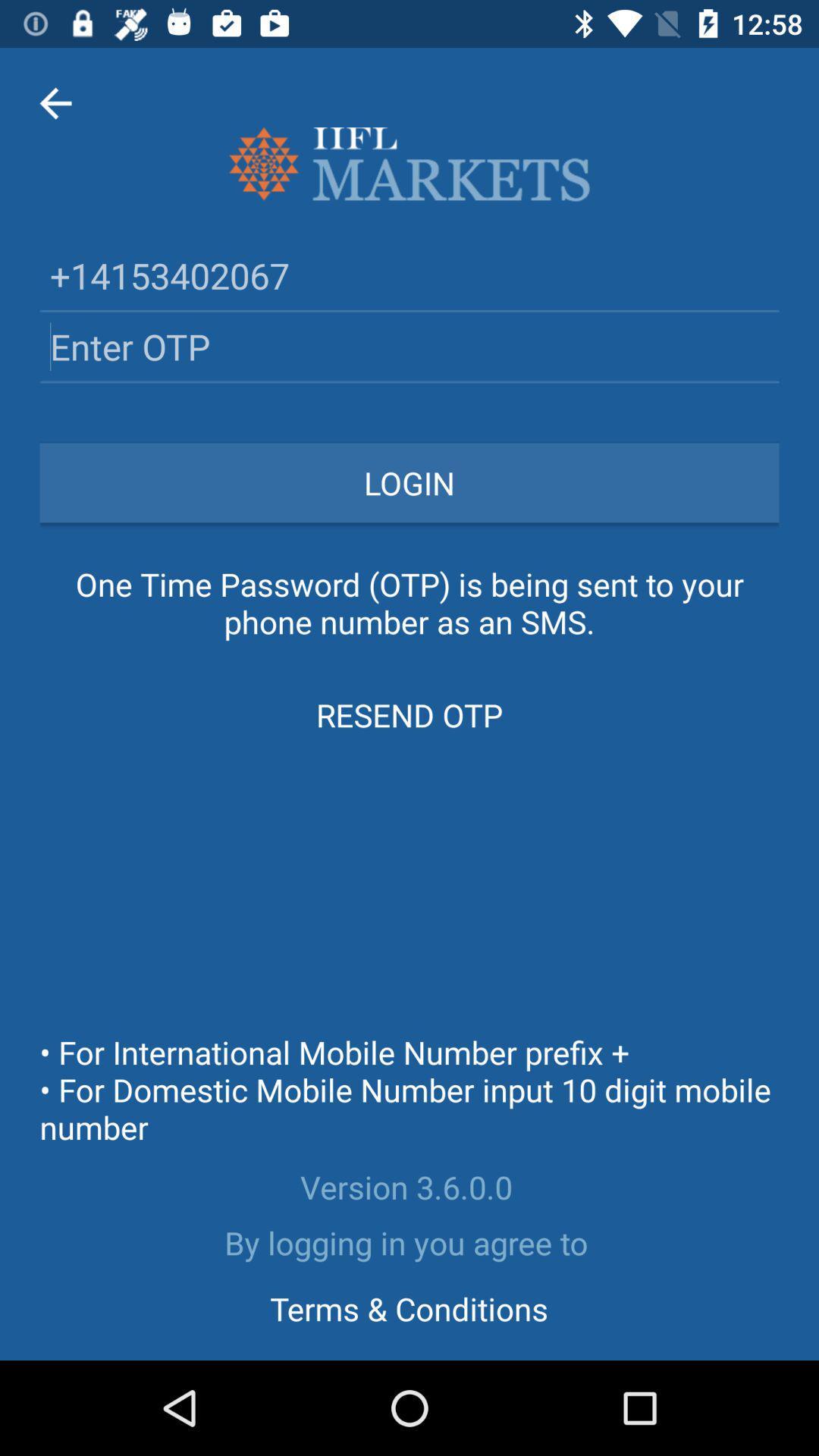 This screenshot has width=819, height=1456. Describe the element at coordinates (409, 346) in the screenshot. I see `otp field` at that location.